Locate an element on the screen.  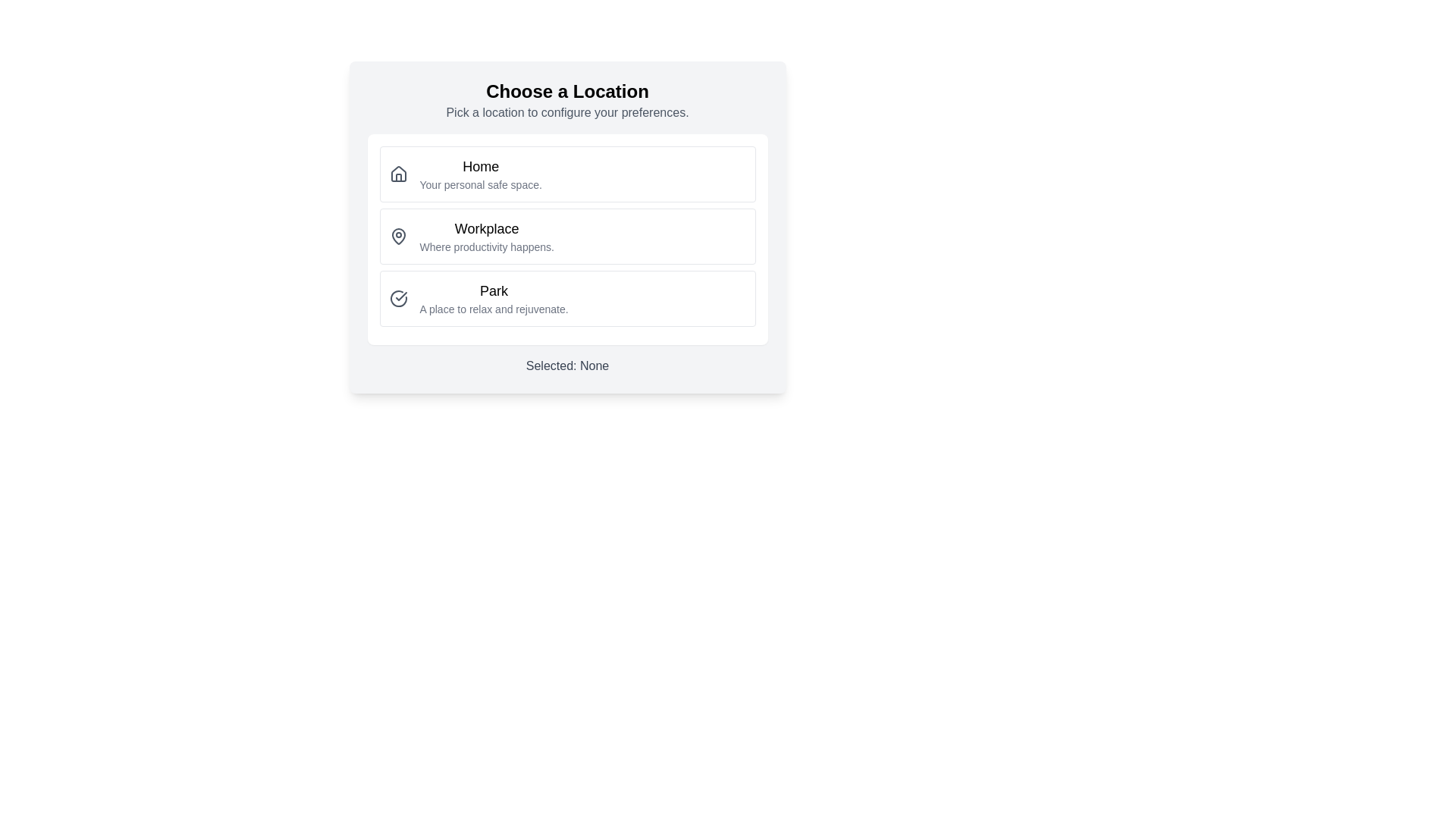
the 'Park' option in the selection menu, which is the third item in the vertical list contained within a white card with rounded corners and a shadow effect is located at coordinates (566, 298).